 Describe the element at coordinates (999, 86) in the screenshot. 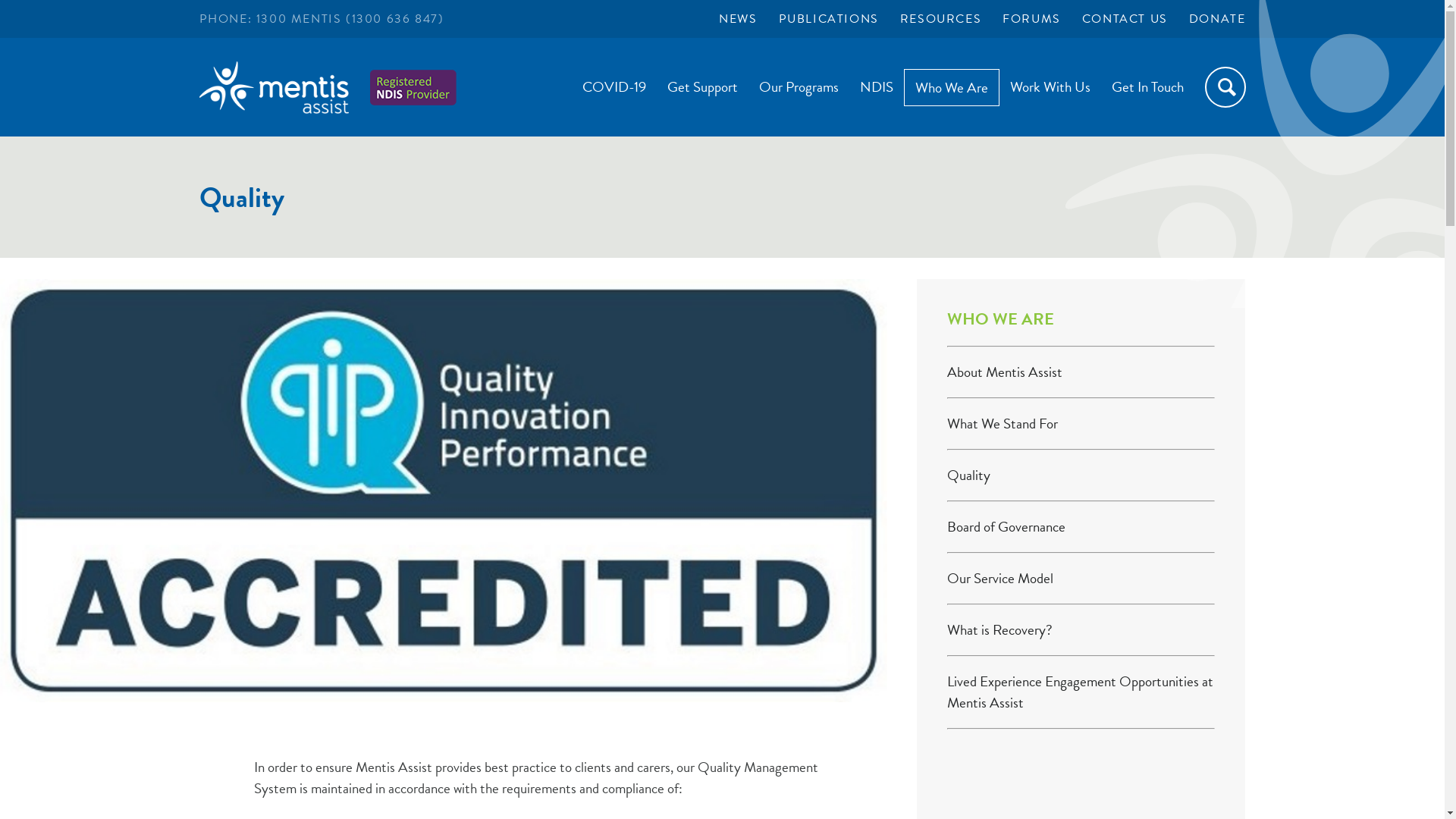

I see `'Work With Us'` at that location.